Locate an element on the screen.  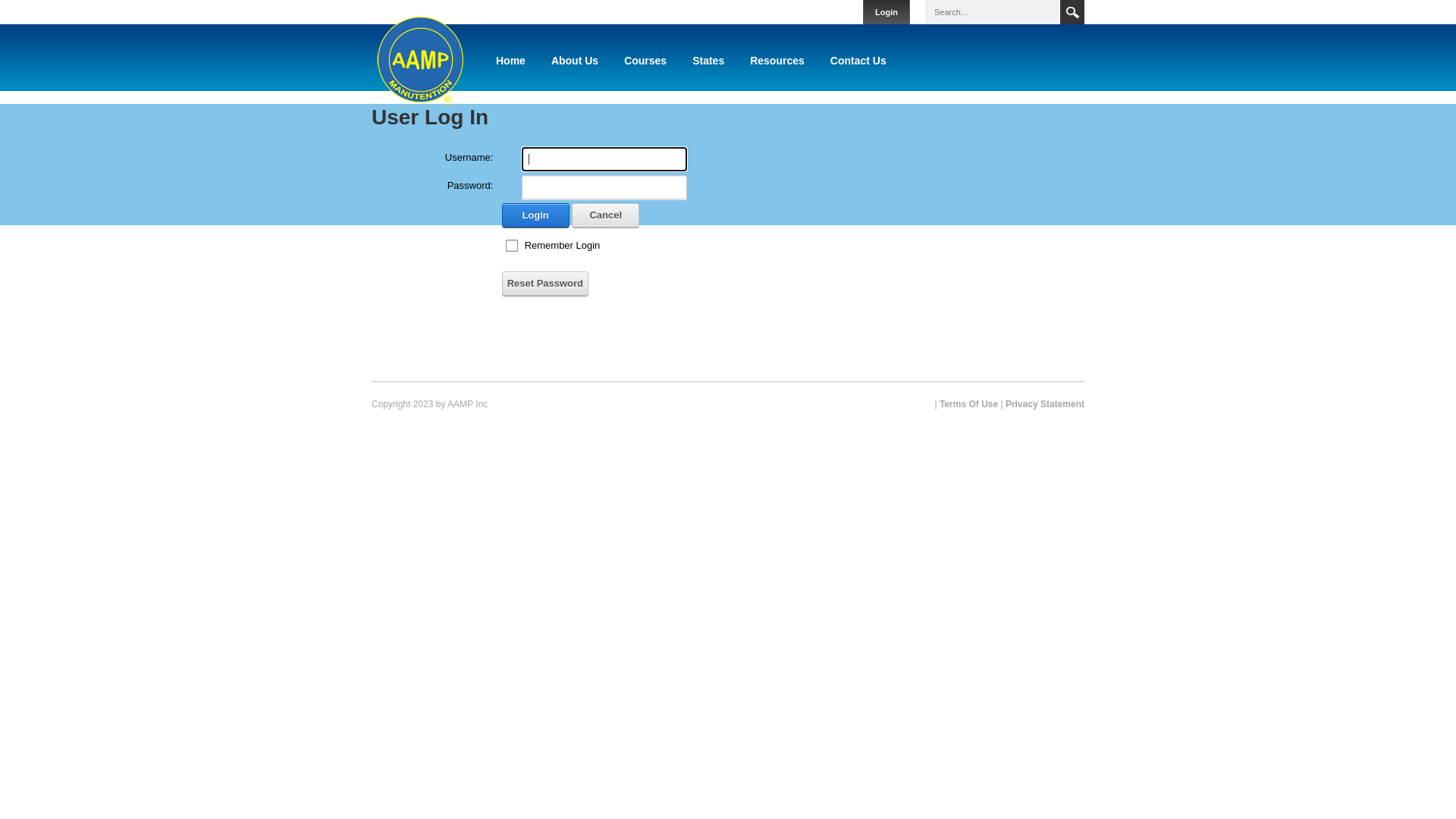
'Contact Us' is located at coordinates (858, 60).